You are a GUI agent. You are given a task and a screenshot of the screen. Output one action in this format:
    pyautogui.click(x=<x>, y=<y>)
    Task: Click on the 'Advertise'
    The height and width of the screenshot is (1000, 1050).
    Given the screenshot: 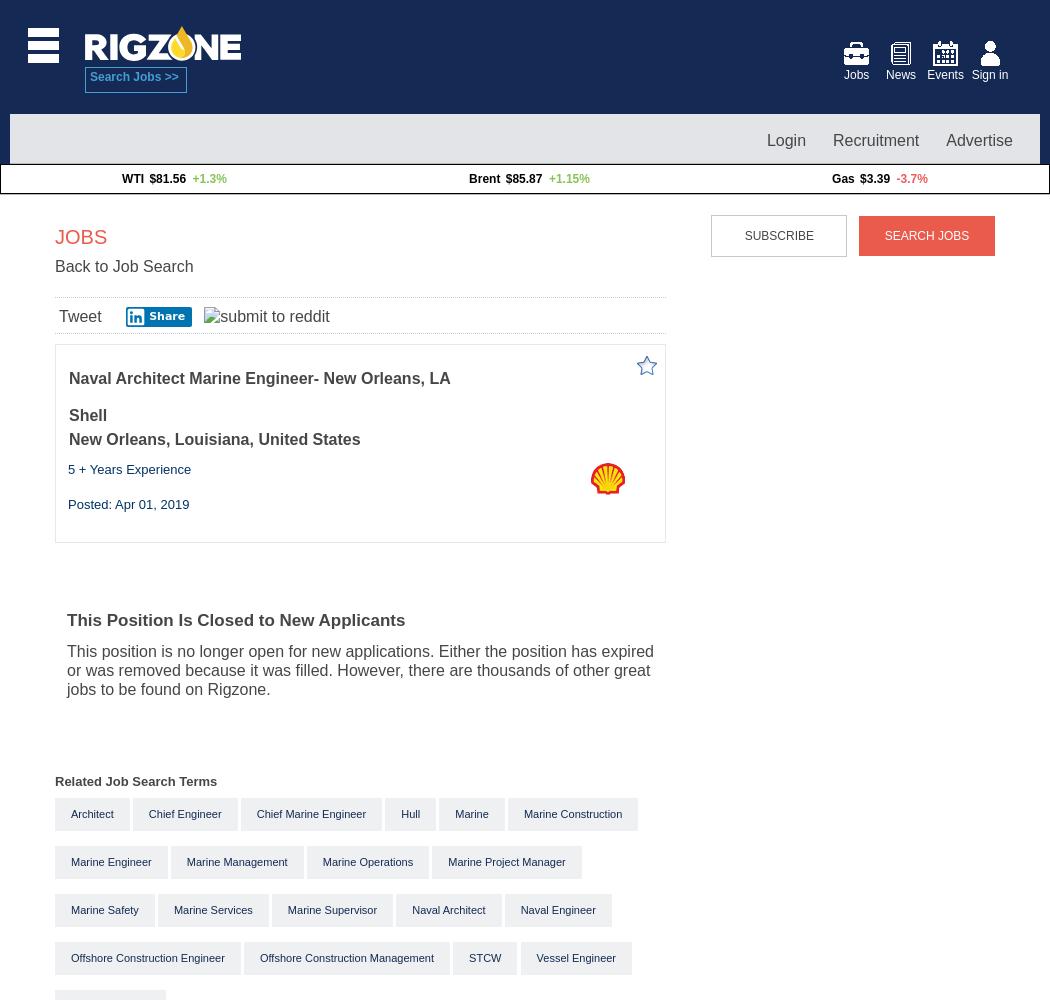 What is the action you would take?
    pyautogui.click(x=979, y=139)
    